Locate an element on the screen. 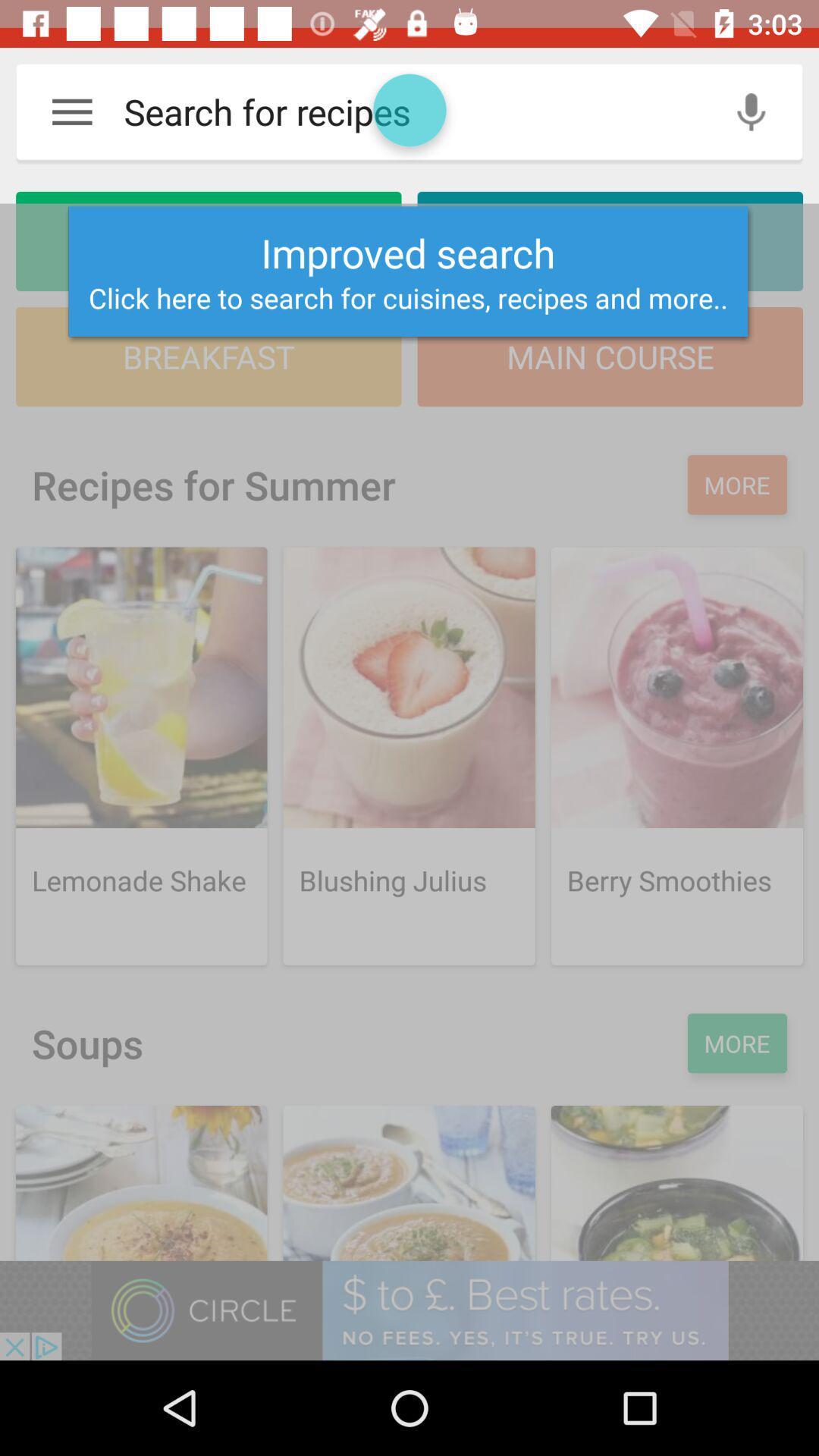  the microphone icon is located at coordinates (751, 111).